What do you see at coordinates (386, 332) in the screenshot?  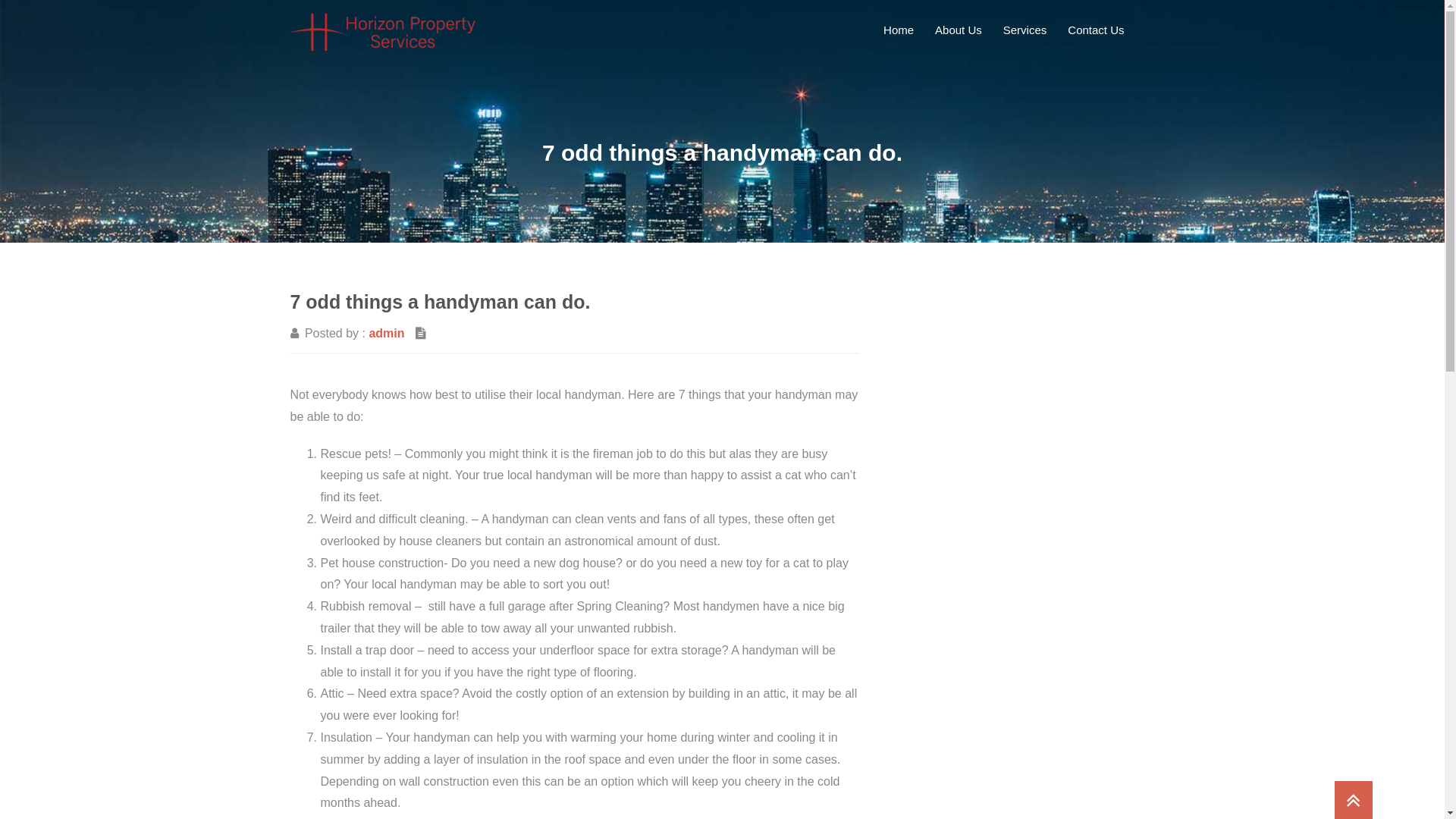 I see `'admin'` at bounding box center [386, 332].